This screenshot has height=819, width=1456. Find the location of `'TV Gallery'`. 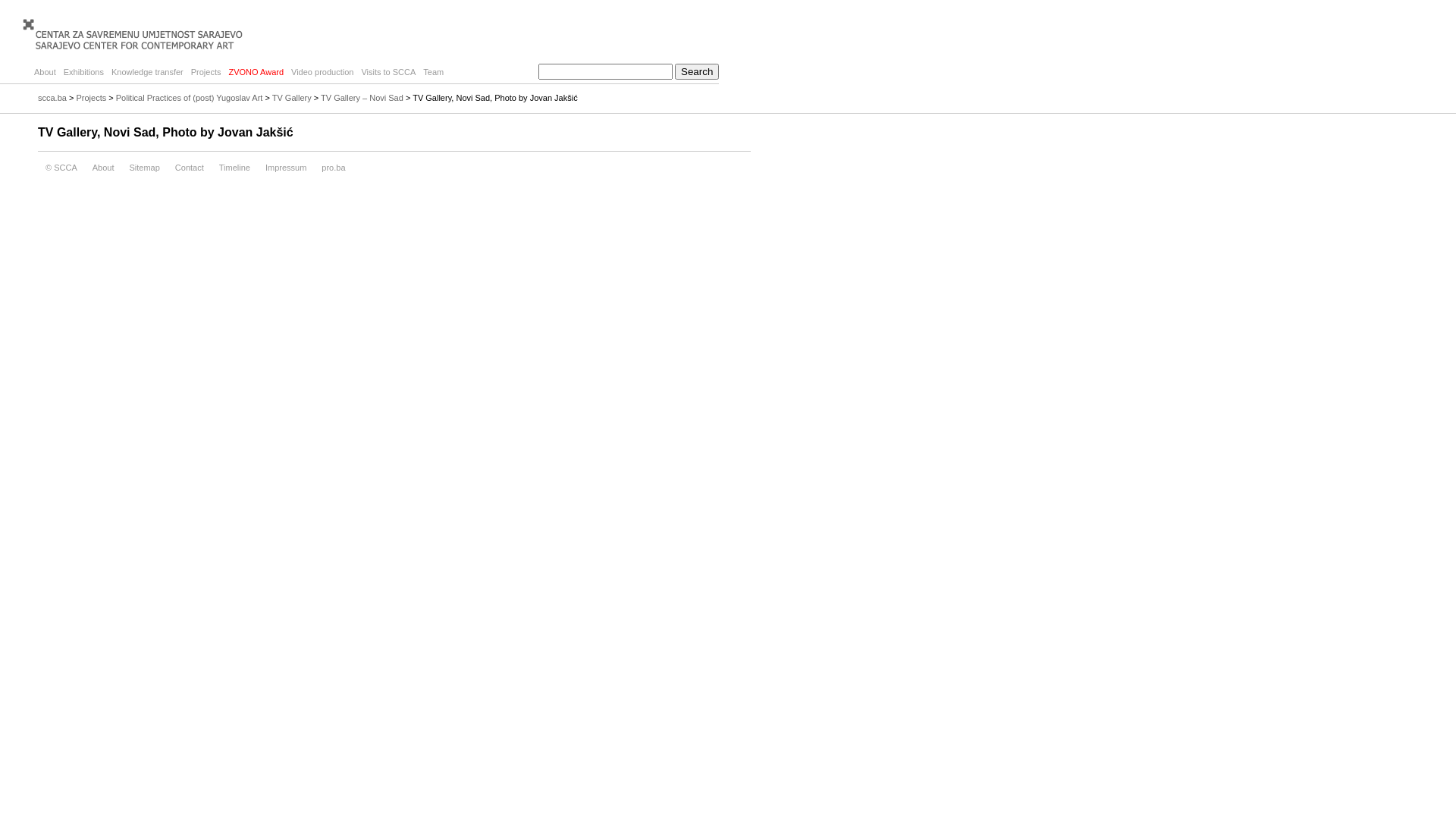

'TV Gallery' is located at coordinates (291, 97).